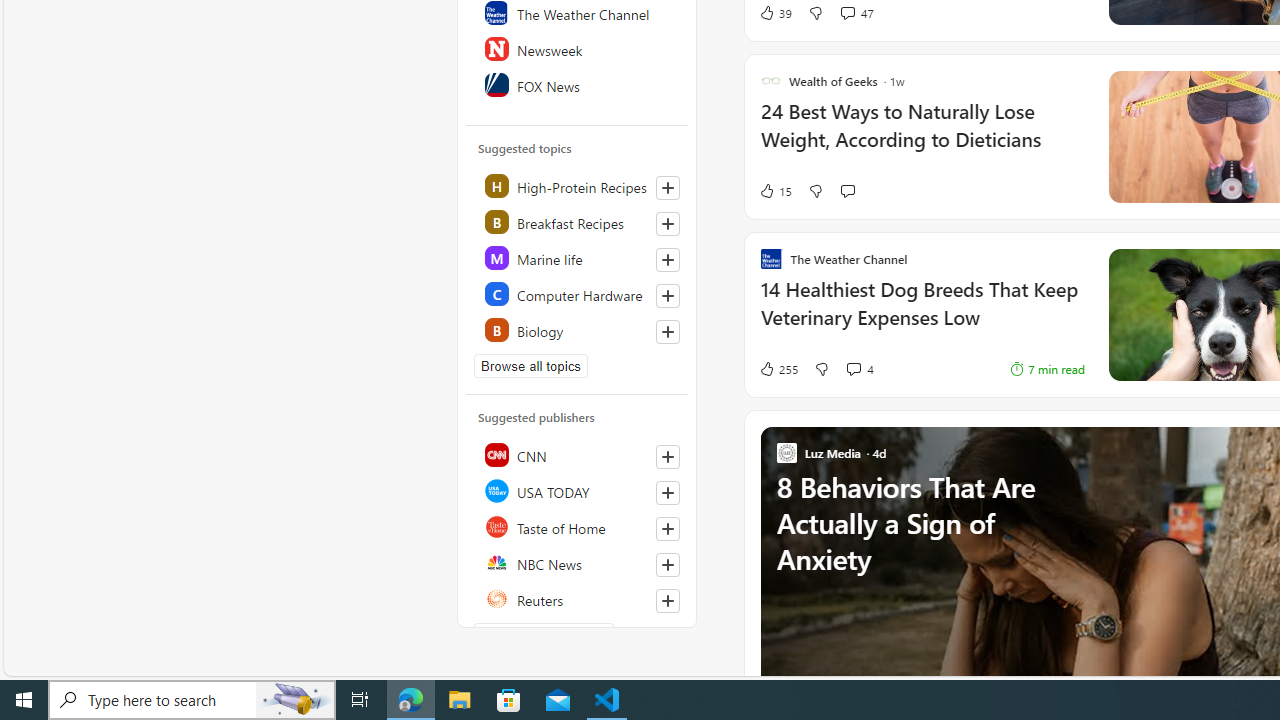  I want to click on 'View comments 47 Comment', so click(847, 12).